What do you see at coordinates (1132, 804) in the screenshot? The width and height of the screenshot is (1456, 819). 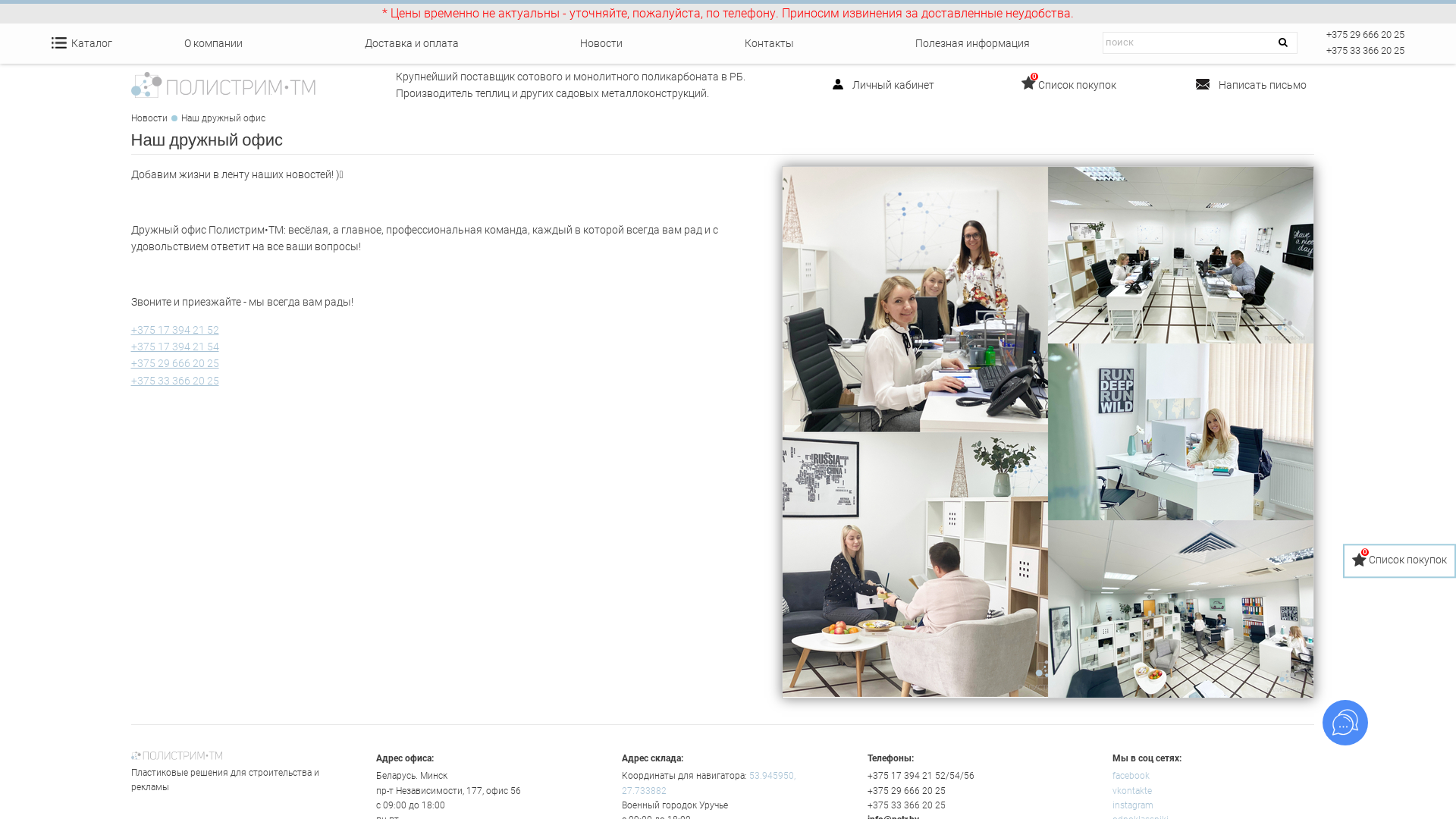 I see `'instagram'` at bounding box center [1132, 804].